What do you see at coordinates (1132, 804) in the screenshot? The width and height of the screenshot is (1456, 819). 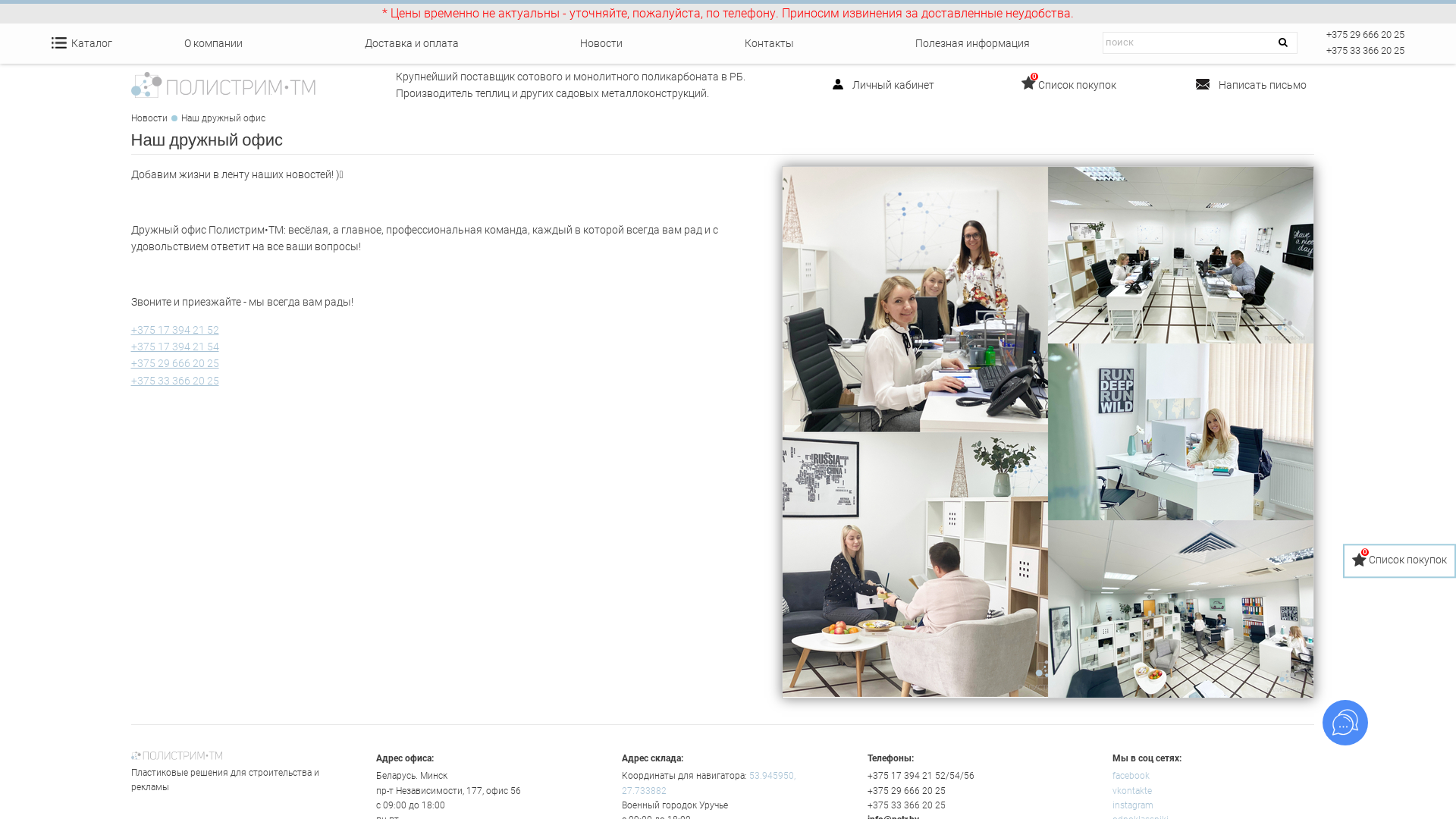 I see `'instagram'` at bounding box center [1132, 804].